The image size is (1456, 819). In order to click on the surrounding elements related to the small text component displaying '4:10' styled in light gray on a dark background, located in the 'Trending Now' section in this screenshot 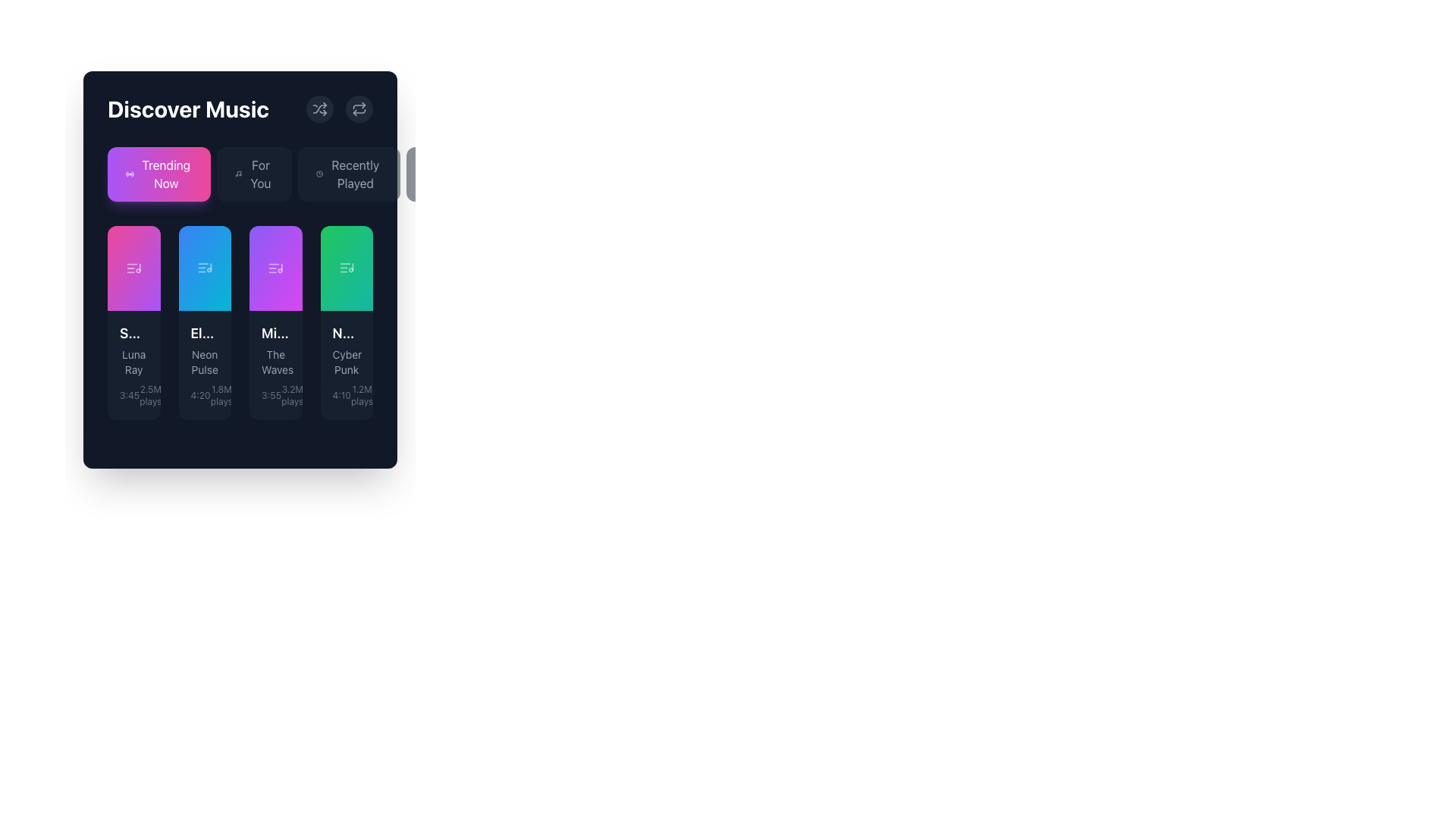, I will do `click(340, 394)`.